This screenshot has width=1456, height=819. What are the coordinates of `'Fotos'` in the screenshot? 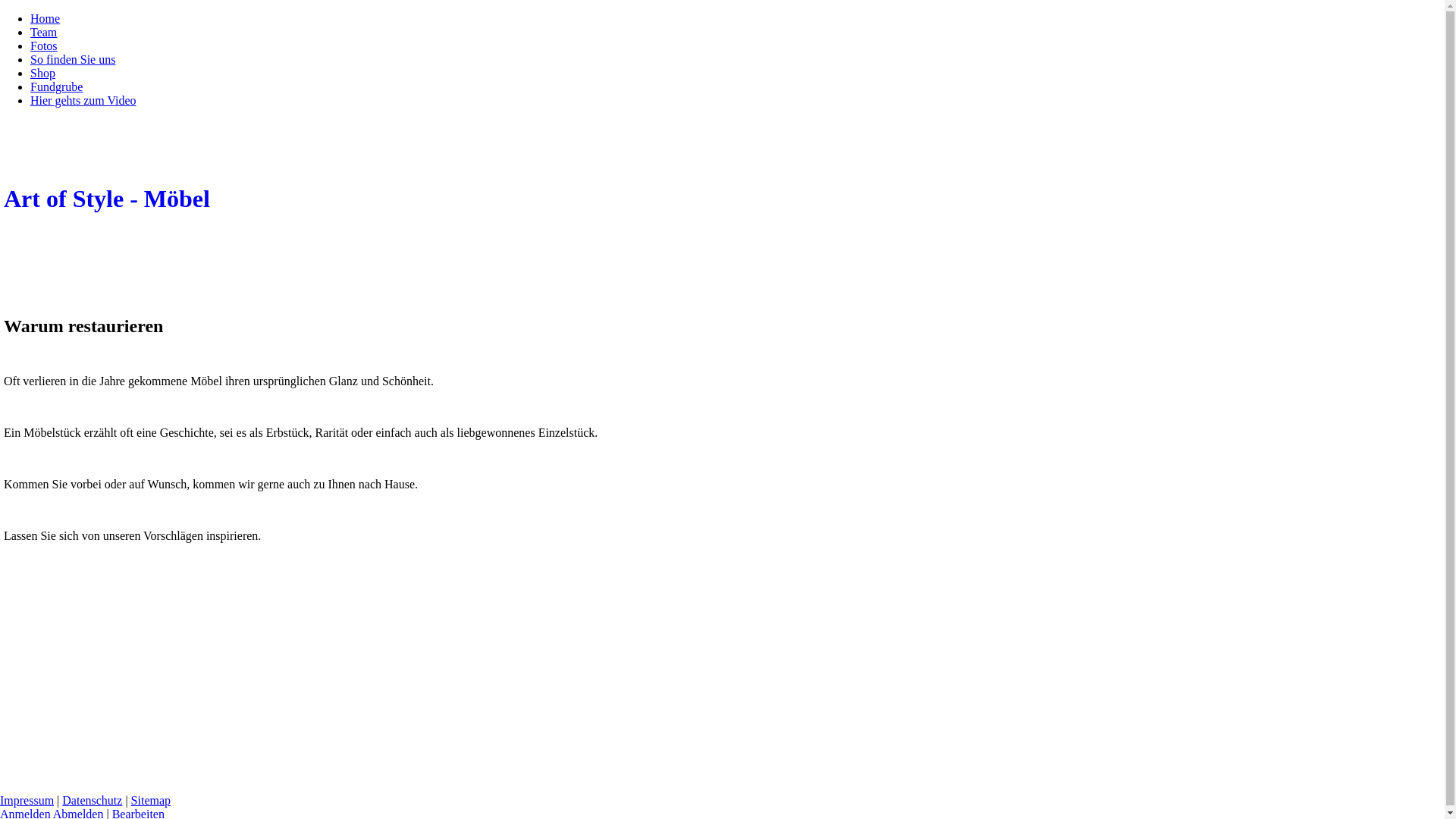 It's located at (43, 45).